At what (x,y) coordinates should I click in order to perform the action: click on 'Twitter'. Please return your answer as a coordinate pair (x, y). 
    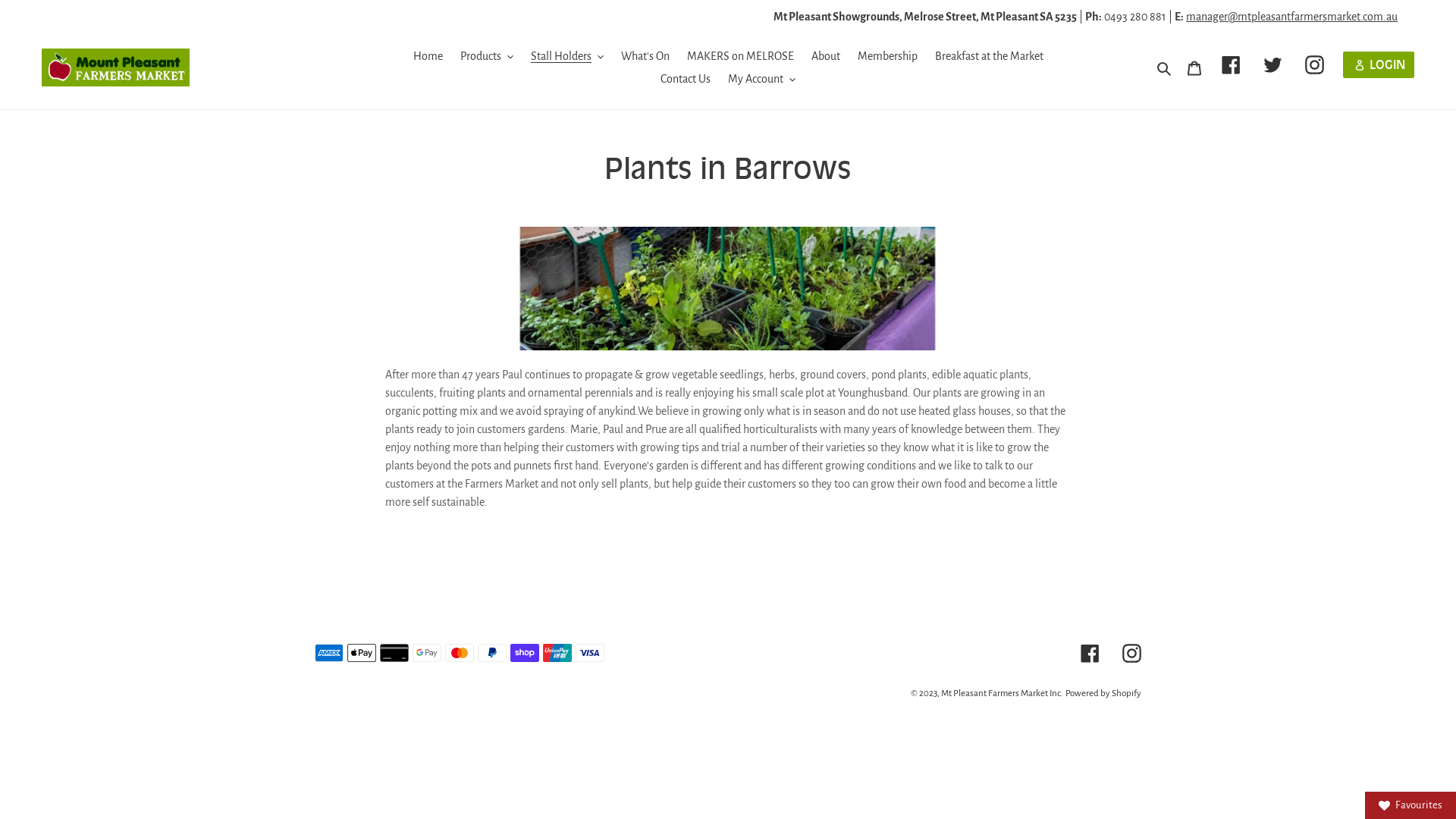
    Looking at the image, I should click on (1272, 64).